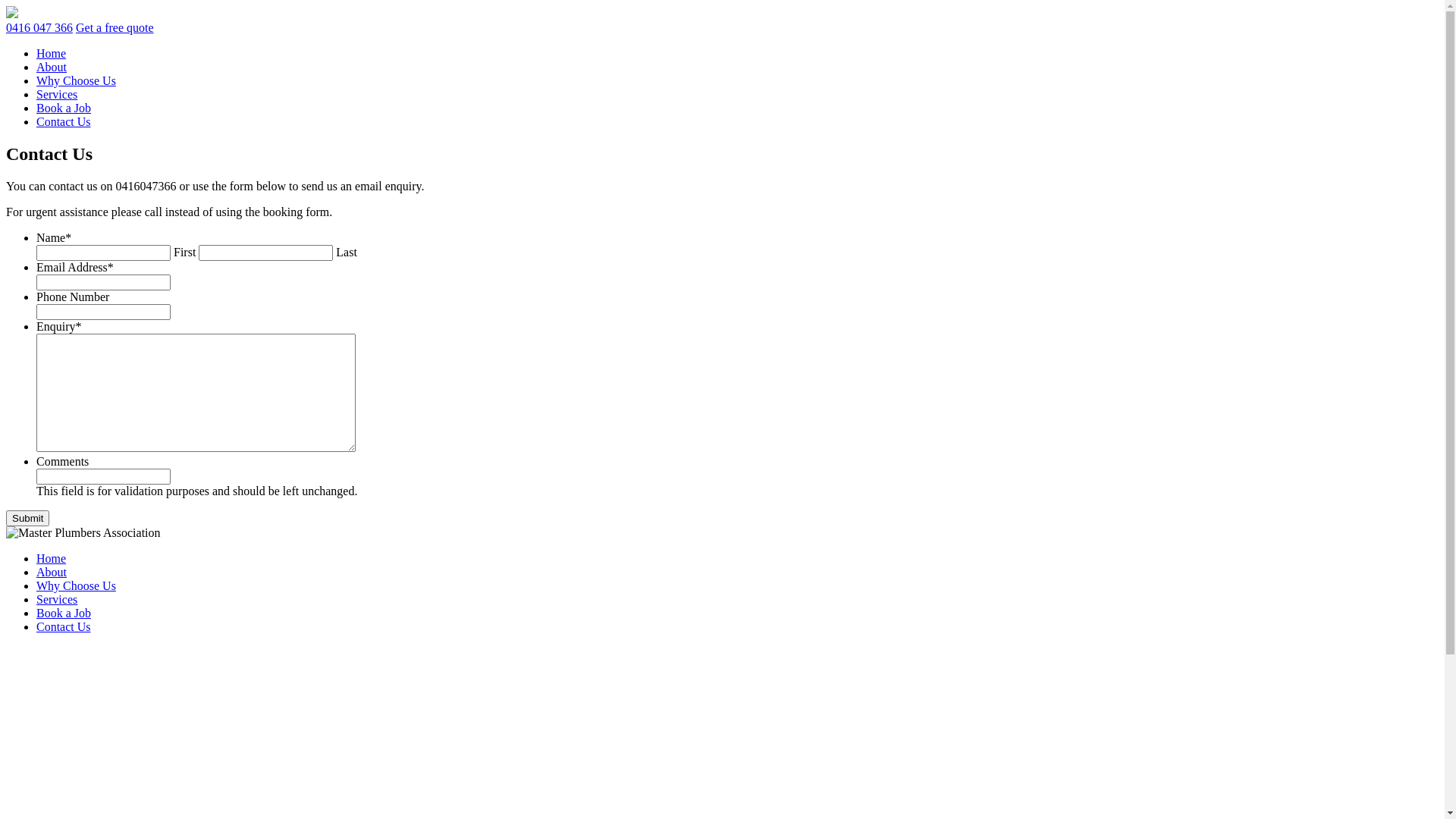 This screenshot has height=819, width=1456. Describe the element at coordinates (75, 80) in the screenshot. I see `'Why Choose Us'` at that location.